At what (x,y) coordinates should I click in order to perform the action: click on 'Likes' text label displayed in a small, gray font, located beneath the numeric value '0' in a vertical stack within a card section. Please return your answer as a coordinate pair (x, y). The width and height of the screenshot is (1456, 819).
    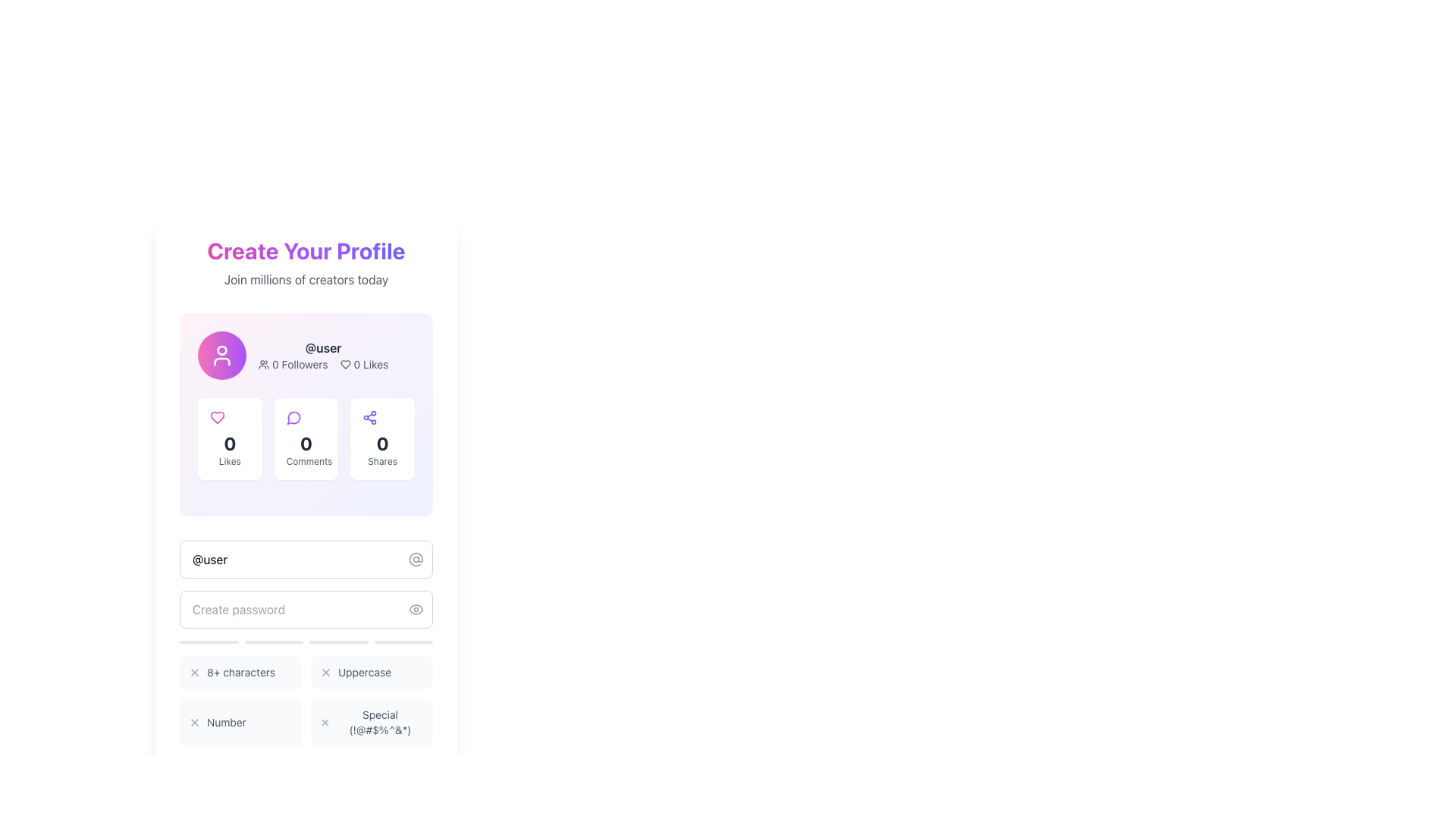
    Looking at the image, I should click on (229, 461).